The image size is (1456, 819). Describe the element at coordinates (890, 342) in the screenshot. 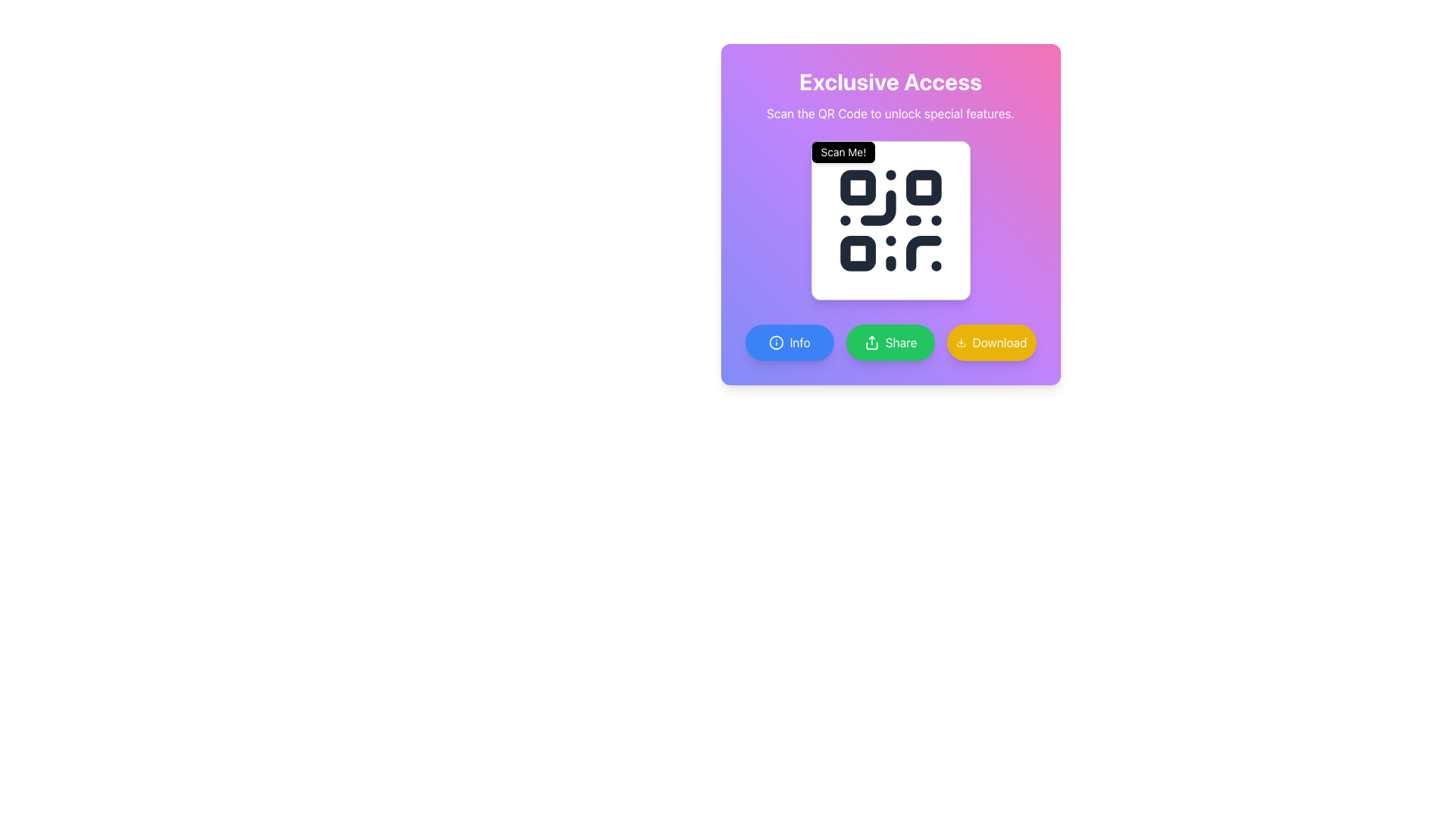

I see `the group of interactive buttons labeled 'Info', 'Share', and 'Download'` at that location.